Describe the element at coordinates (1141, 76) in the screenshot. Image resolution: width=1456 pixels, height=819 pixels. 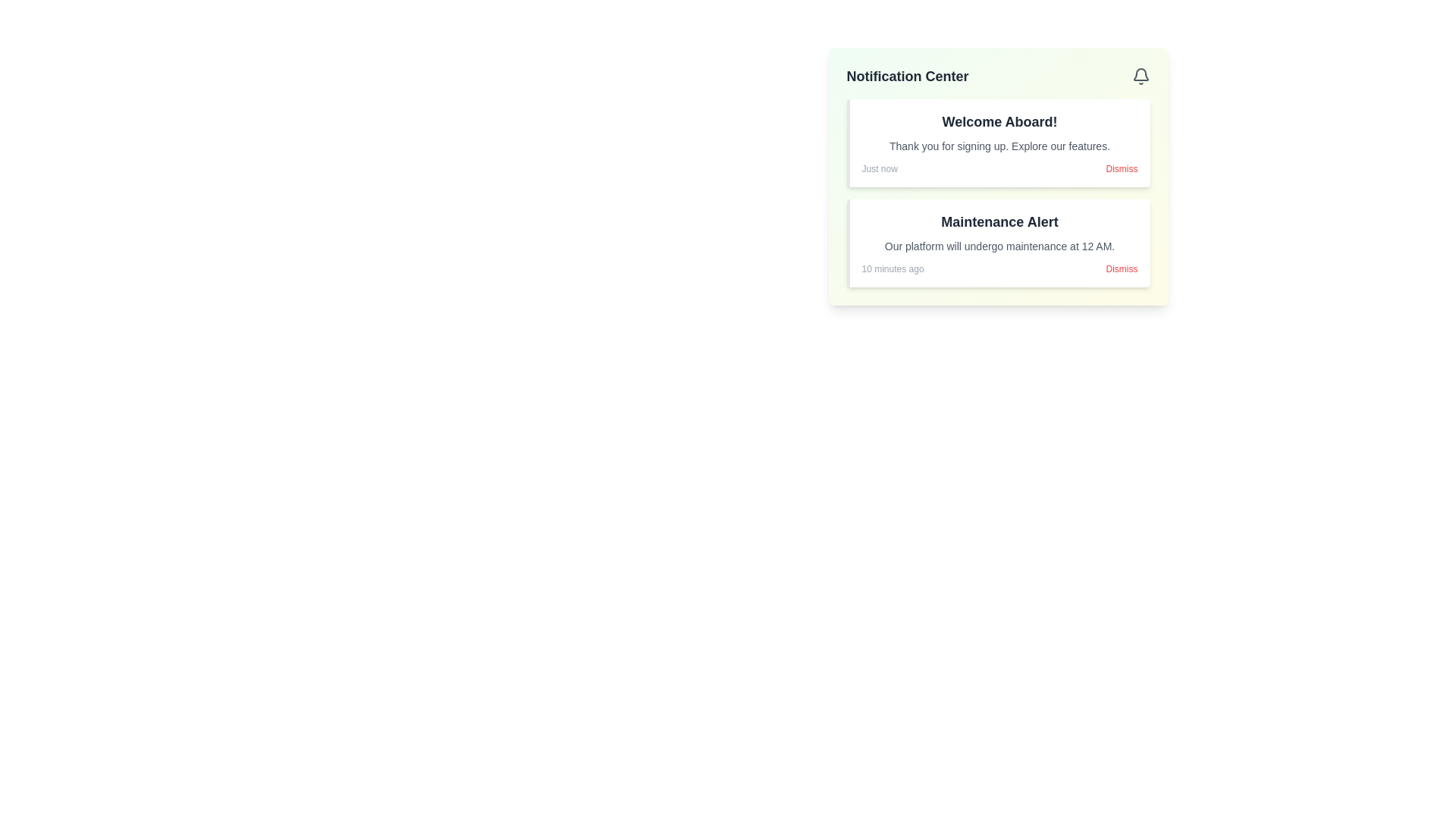
I see `the outlined gray bell icon representing notifications, located at the top-right corner of the 'Notification Center' panel` at that location.